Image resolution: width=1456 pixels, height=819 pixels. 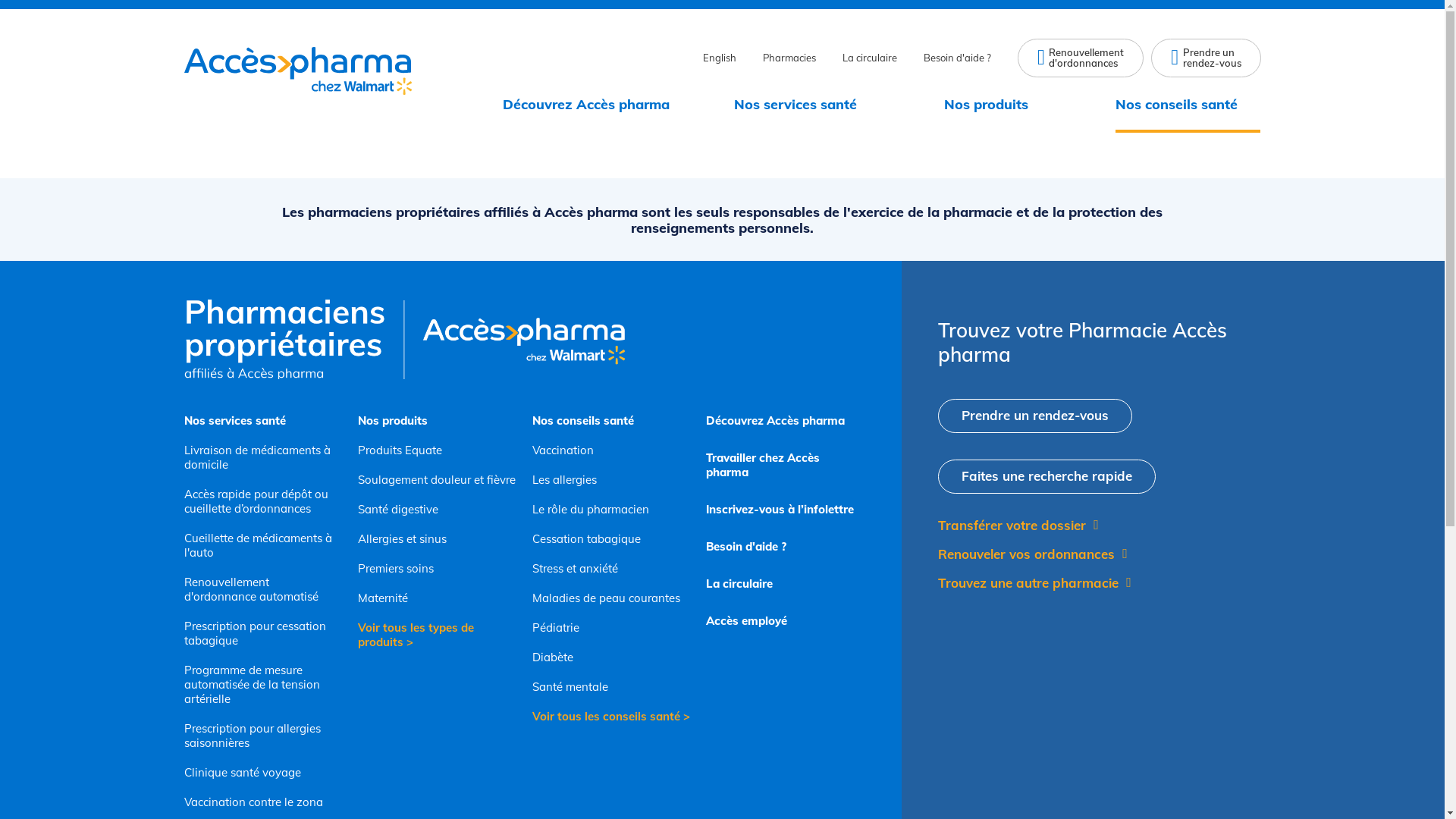 What do you see at coordinates (436, 635) in the screenshot?
I see `'Voir tous les types de produits >'` at bounding box center [436, 635].